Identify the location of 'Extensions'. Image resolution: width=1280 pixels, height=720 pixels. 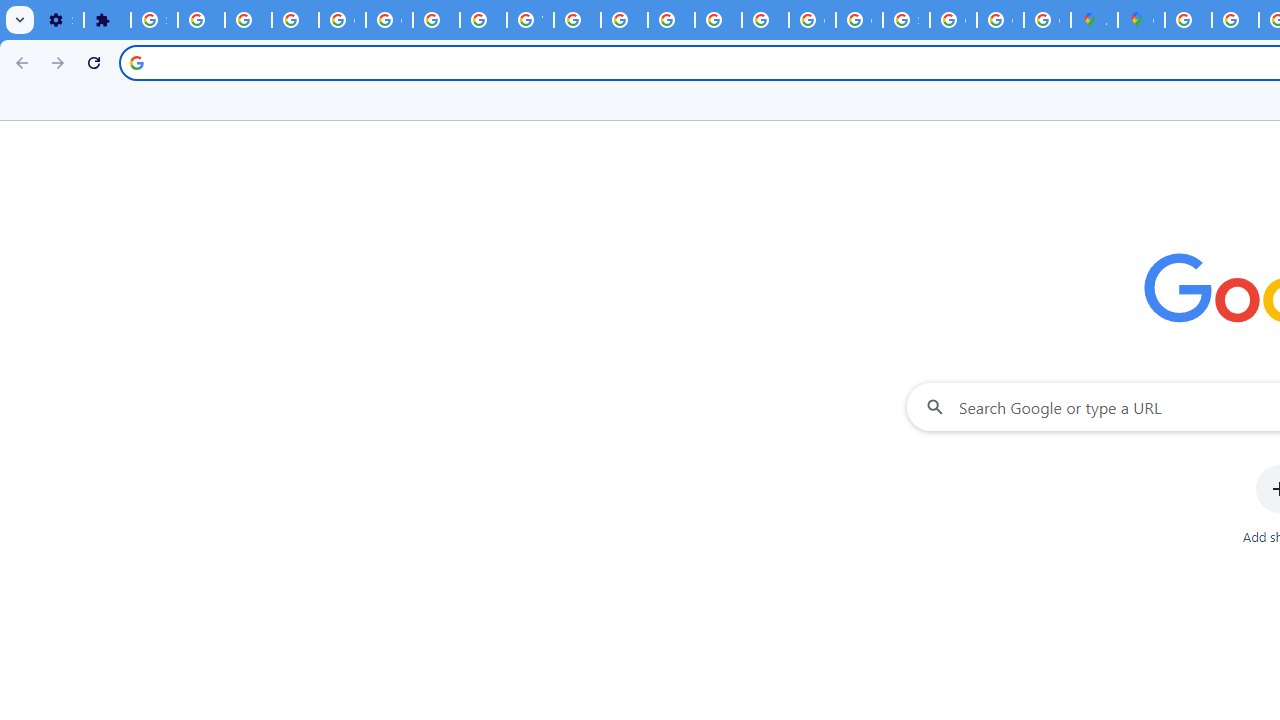
(106, 20).